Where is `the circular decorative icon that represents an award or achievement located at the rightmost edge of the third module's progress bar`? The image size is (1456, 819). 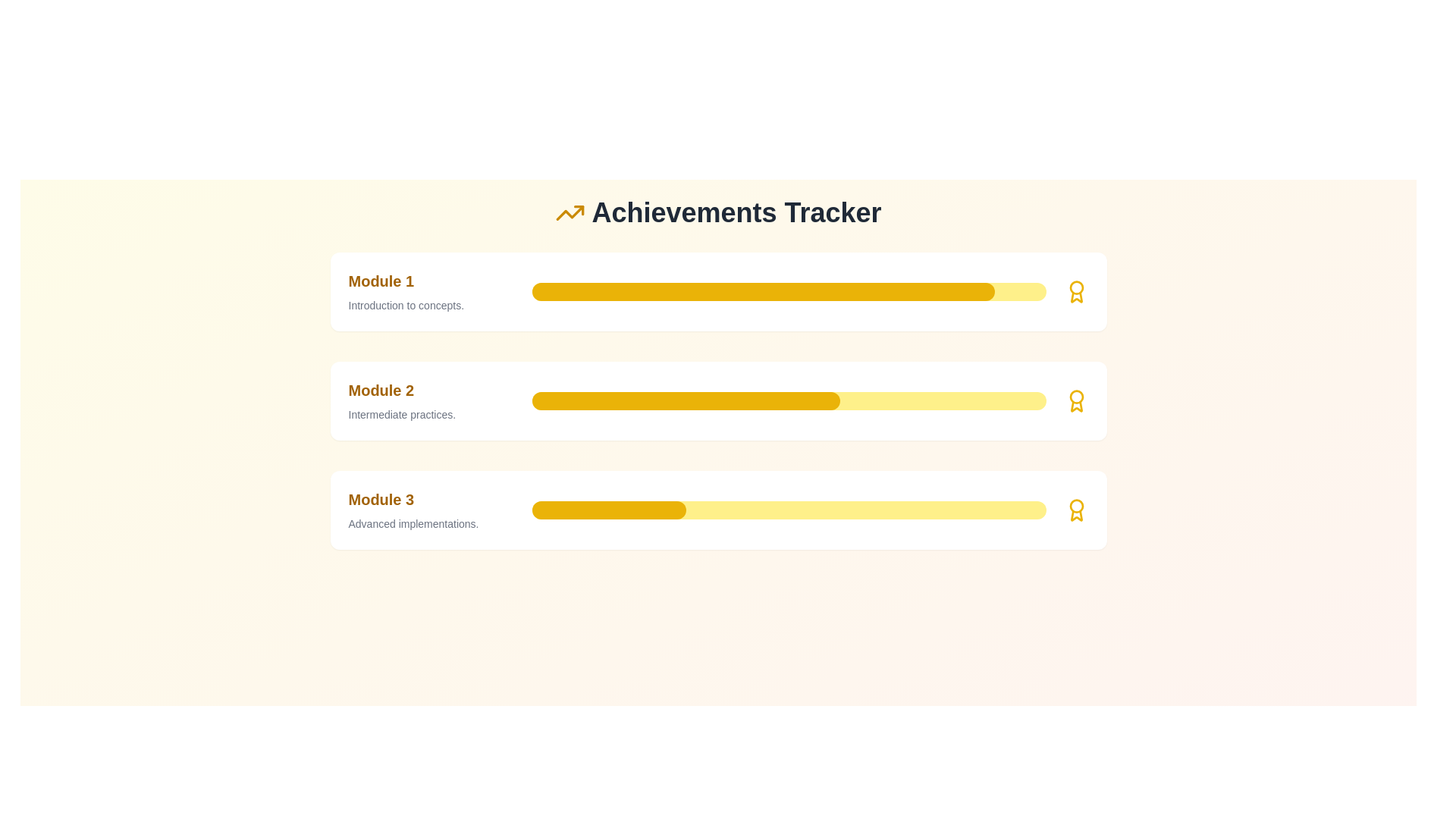
the circular decorative icon that represents an award or achievement located at the rightmost edge of the third module's progress bar is located at coordinates (1075, 506).